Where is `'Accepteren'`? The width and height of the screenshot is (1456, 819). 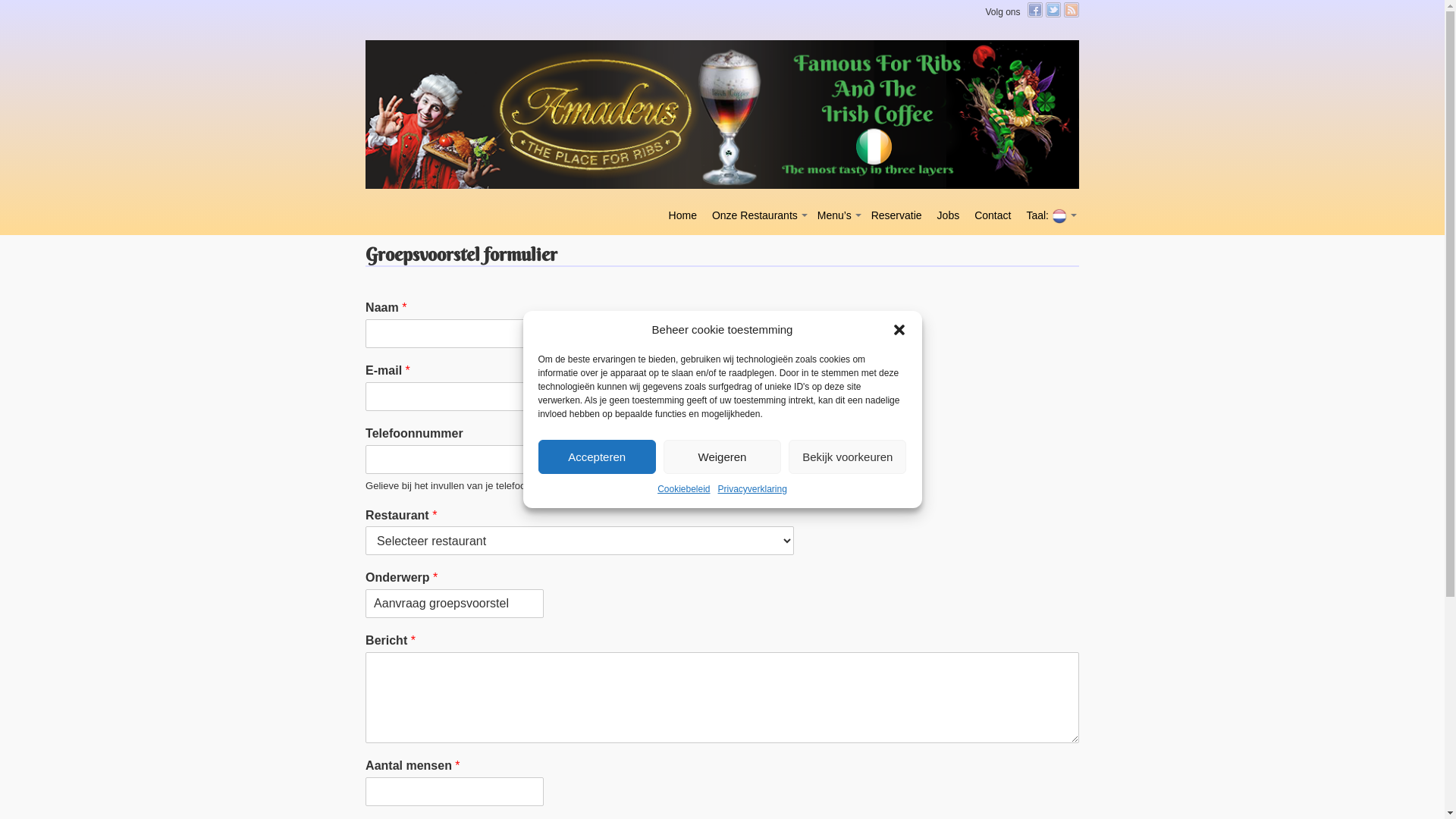
'Accepteren' is located at coordinates (538, 456).